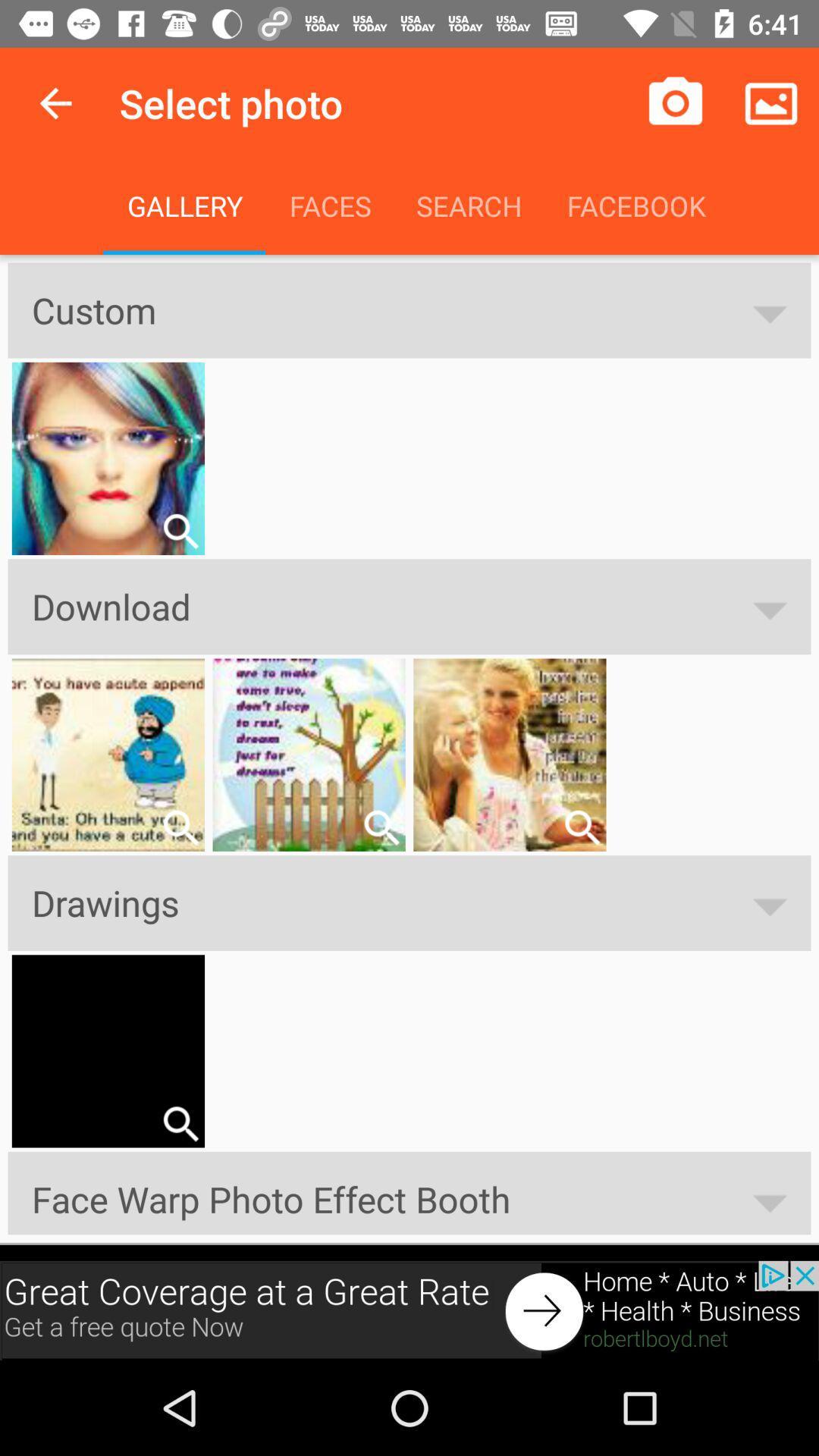 This screenshot has width=819, height=1456. Describe the element at coordinates (409, 1310) in the screenshot. I see `advertisement` at that location.